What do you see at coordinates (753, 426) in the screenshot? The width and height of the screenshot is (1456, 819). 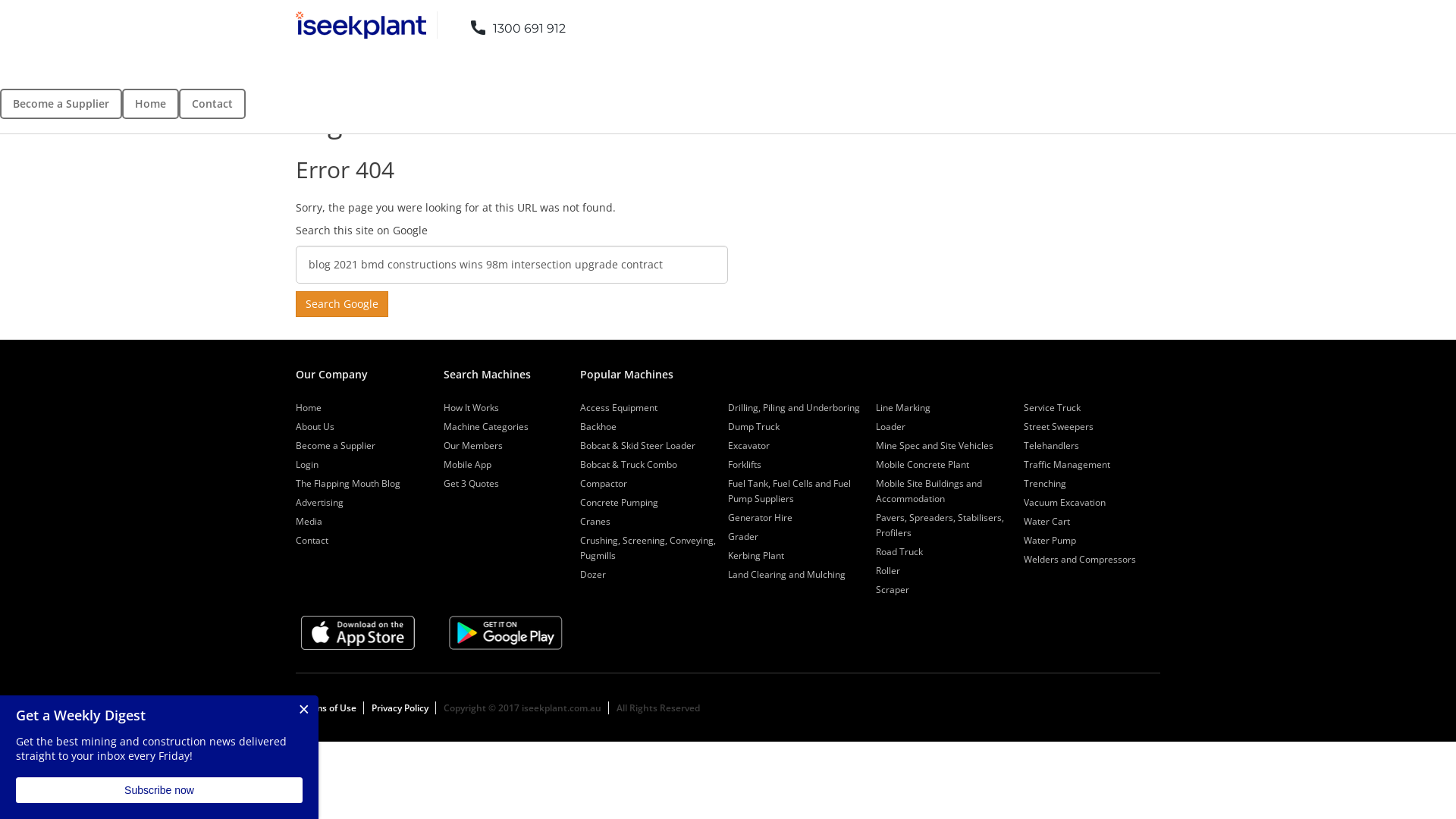 I see `'Dump Truck'` at bounding box center [753, 426].